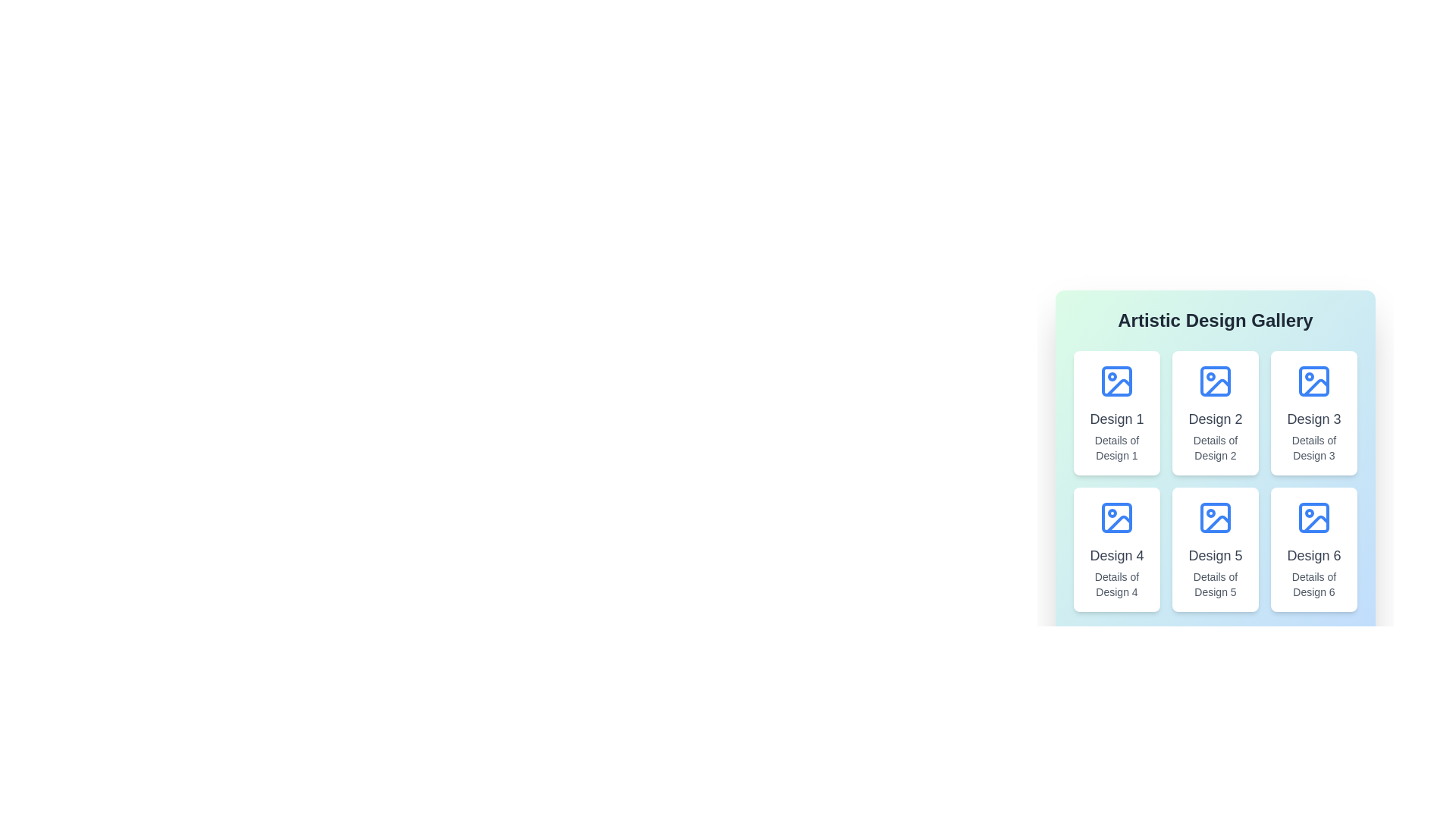 The image size is (1456, 819). Describe the element at coordinates (1216, 447) in the screenshot. I see `text label displaying 'Details of Design 2', which is styled in a smaller, gray font and located below the main title 'Design 2'` at that location.